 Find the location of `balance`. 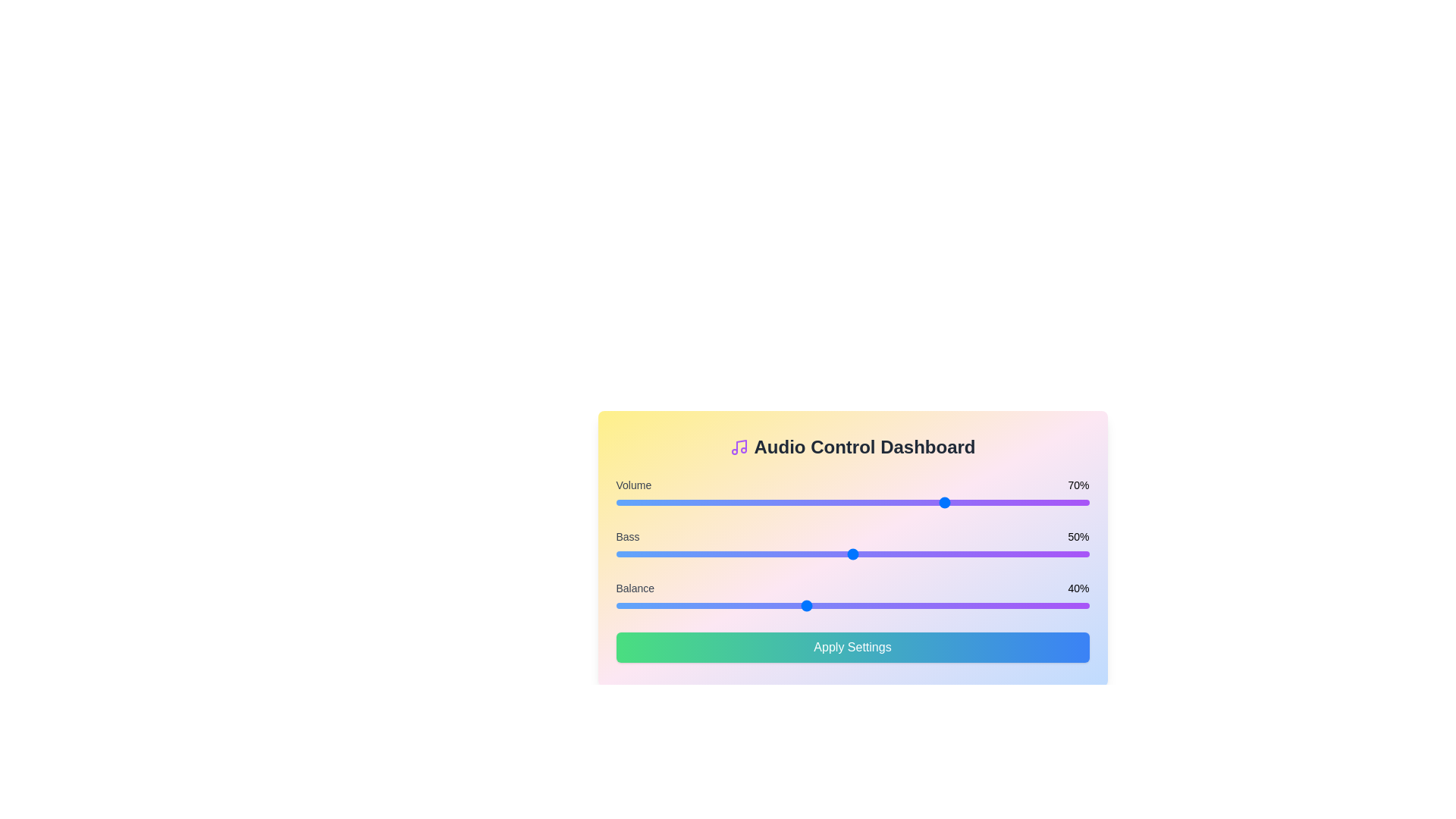

balance is located at coordinates (719, 604).